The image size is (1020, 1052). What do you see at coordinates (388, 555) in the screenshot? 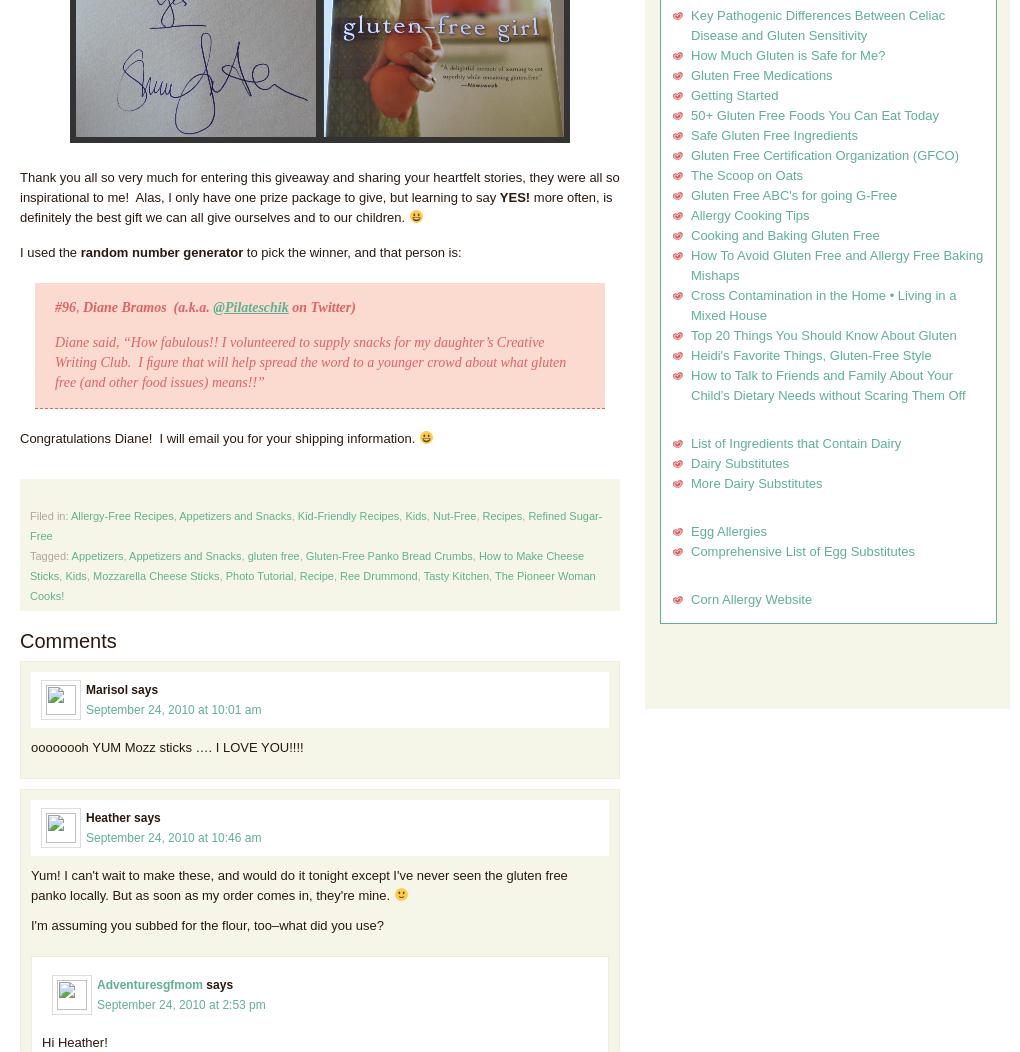
I see `'Gluten-Free Panko Bread Crumbs'` at bounding box center [388, 555].